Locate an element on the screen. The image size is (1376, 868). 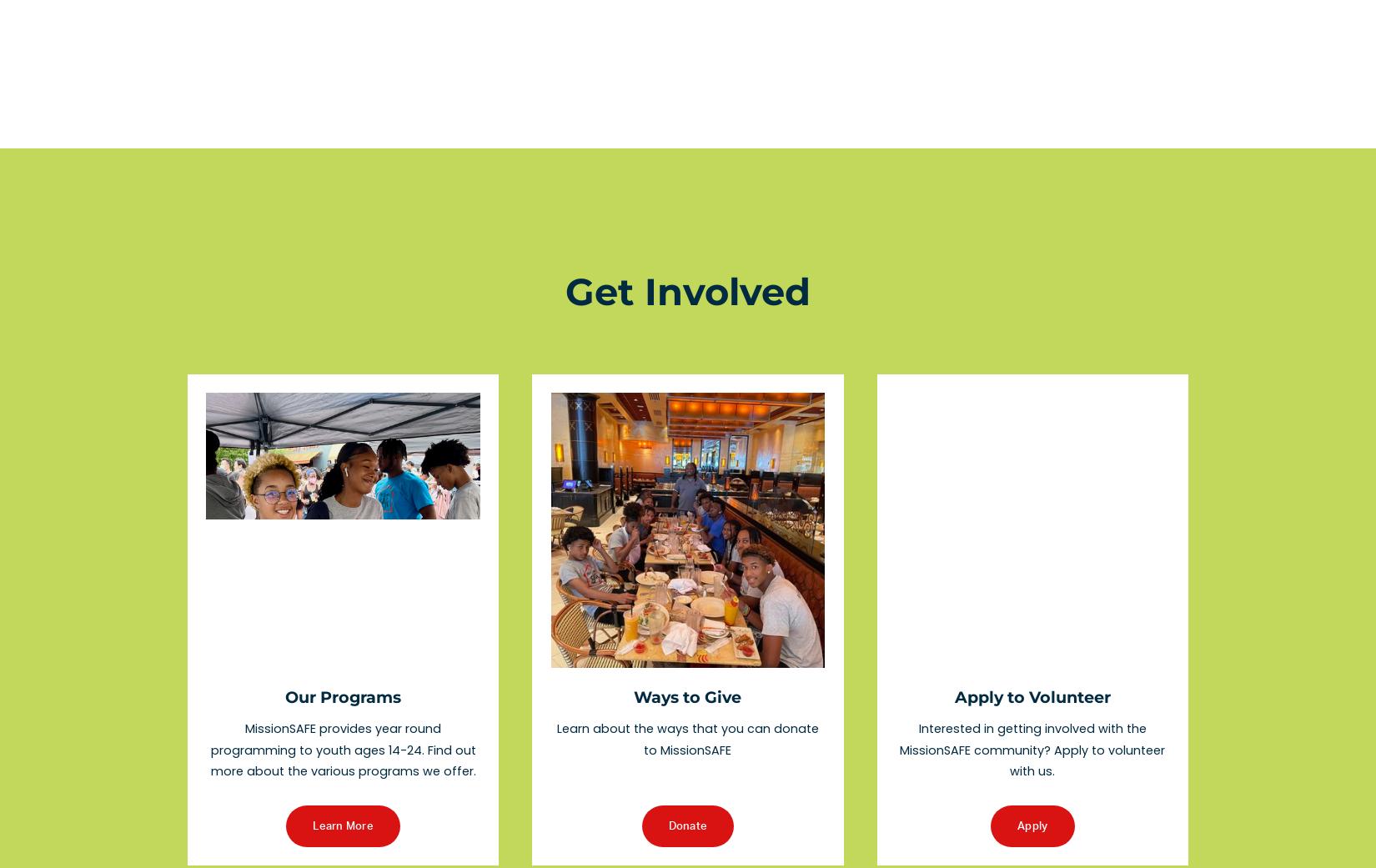
'Apply to Volunteer' is located at coordinates (1032, 695).